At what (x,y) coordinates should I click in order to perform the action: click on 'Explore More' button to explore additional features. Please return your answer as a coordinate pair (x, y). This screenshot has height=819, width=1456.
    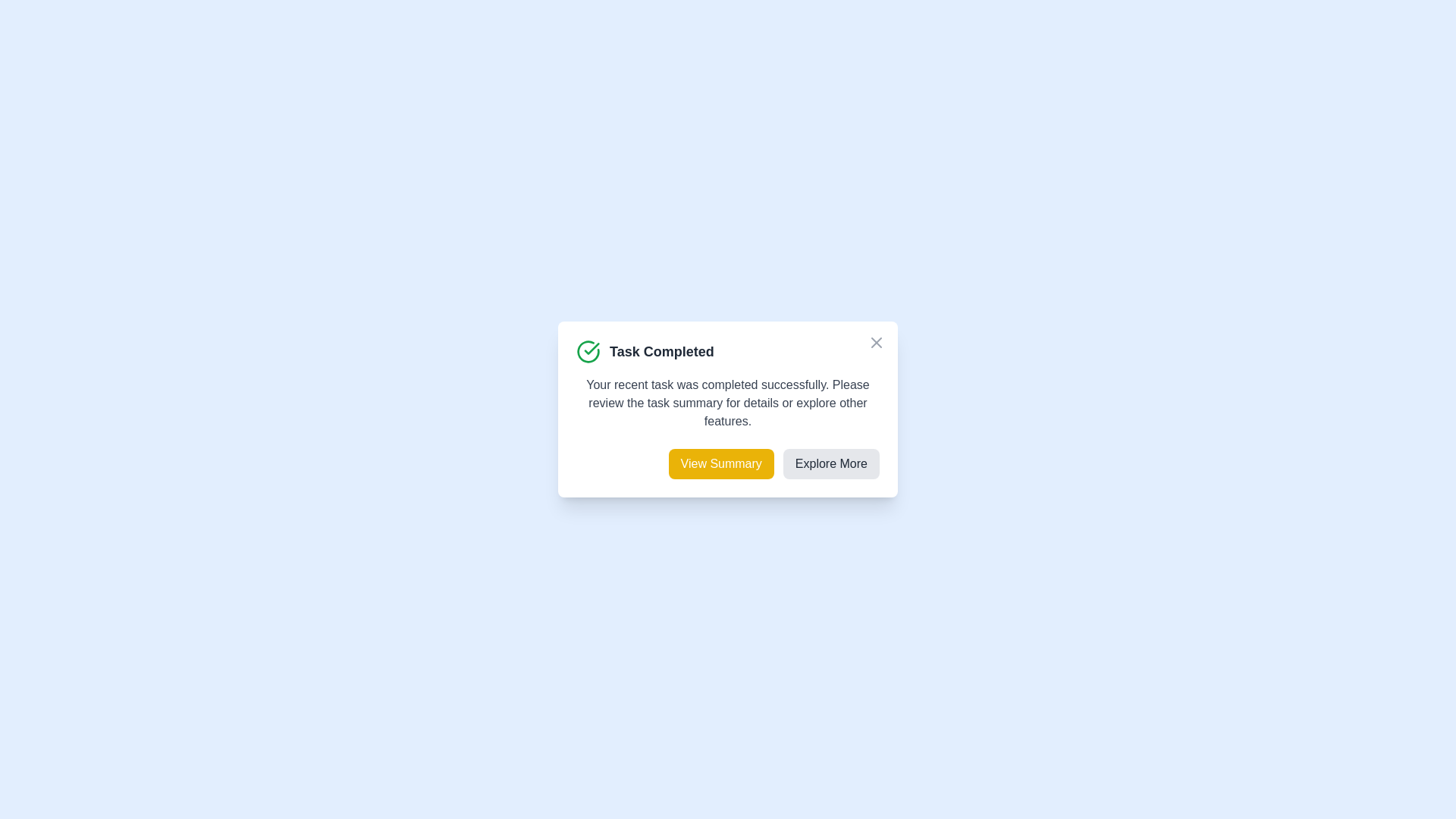
    Looking at the image, I should click on (830, 463).